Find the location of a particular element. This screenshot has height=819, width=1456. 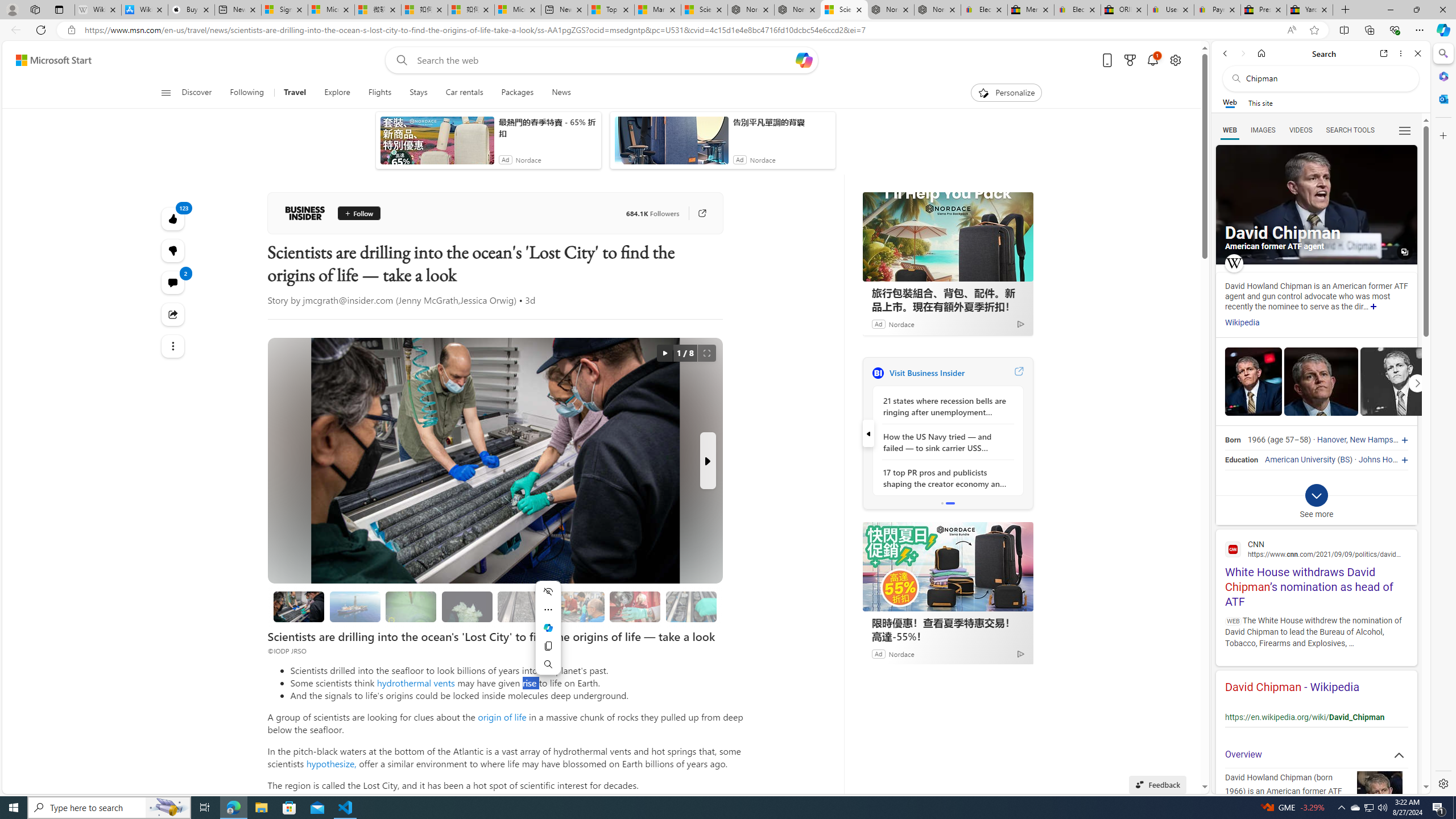

'Packages' is located at coordinates (517, 92).